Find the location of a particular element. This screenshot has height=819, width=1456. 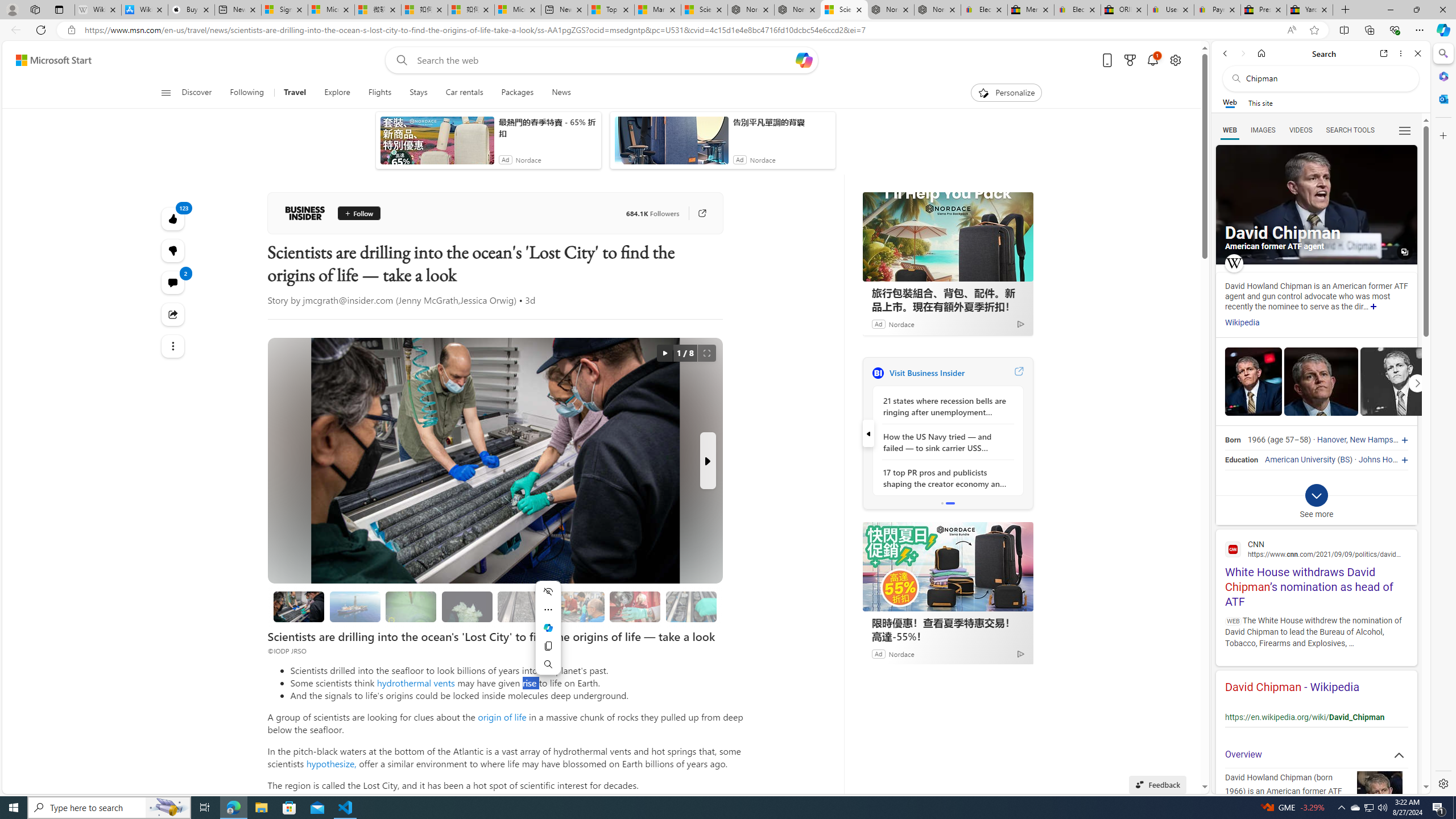

'Packages' is located at coordinates (517, 92).